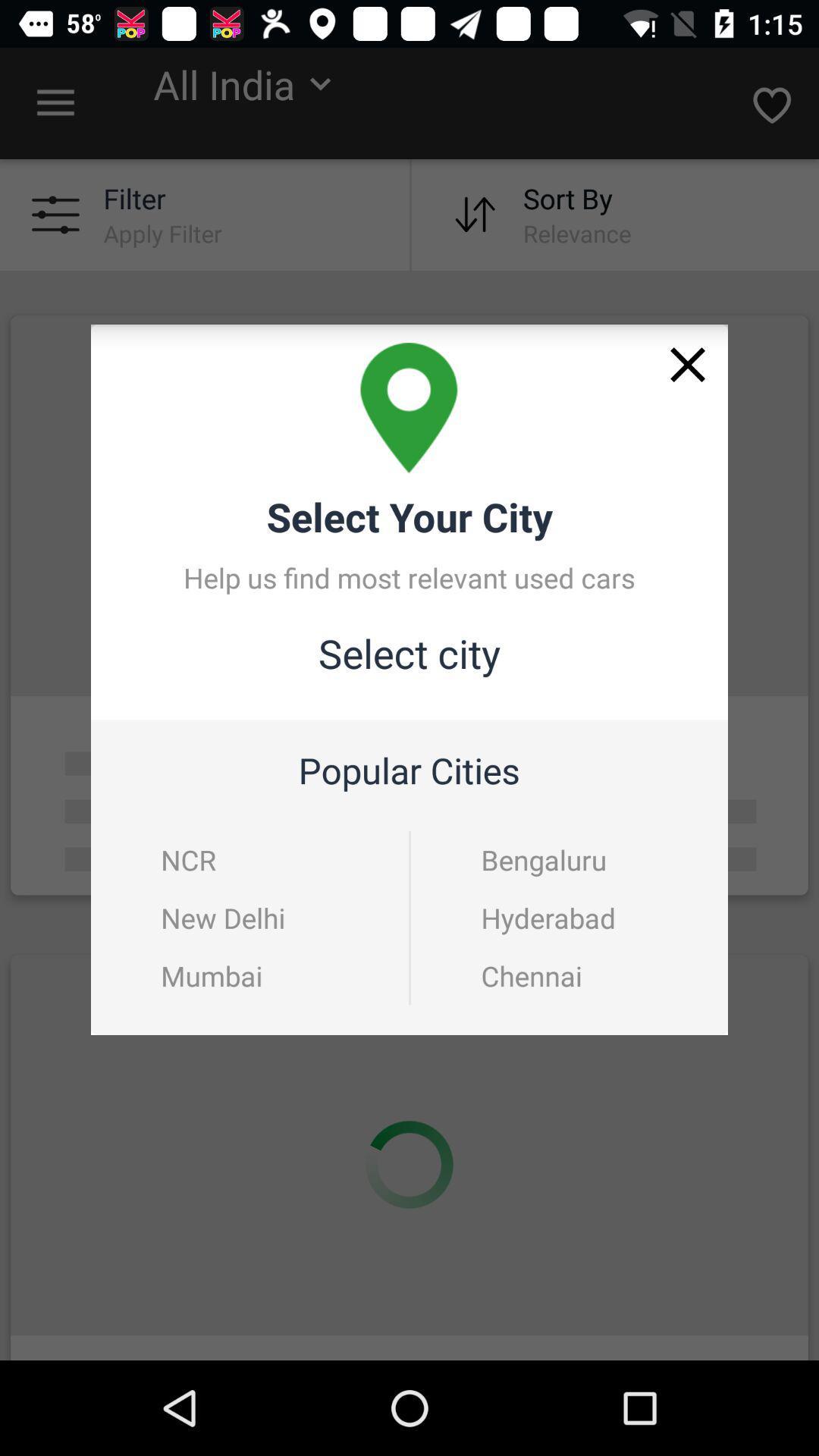  Describe the element at coordinates (570, 859) in the screenshot. I see `the bengaluru` at that location.